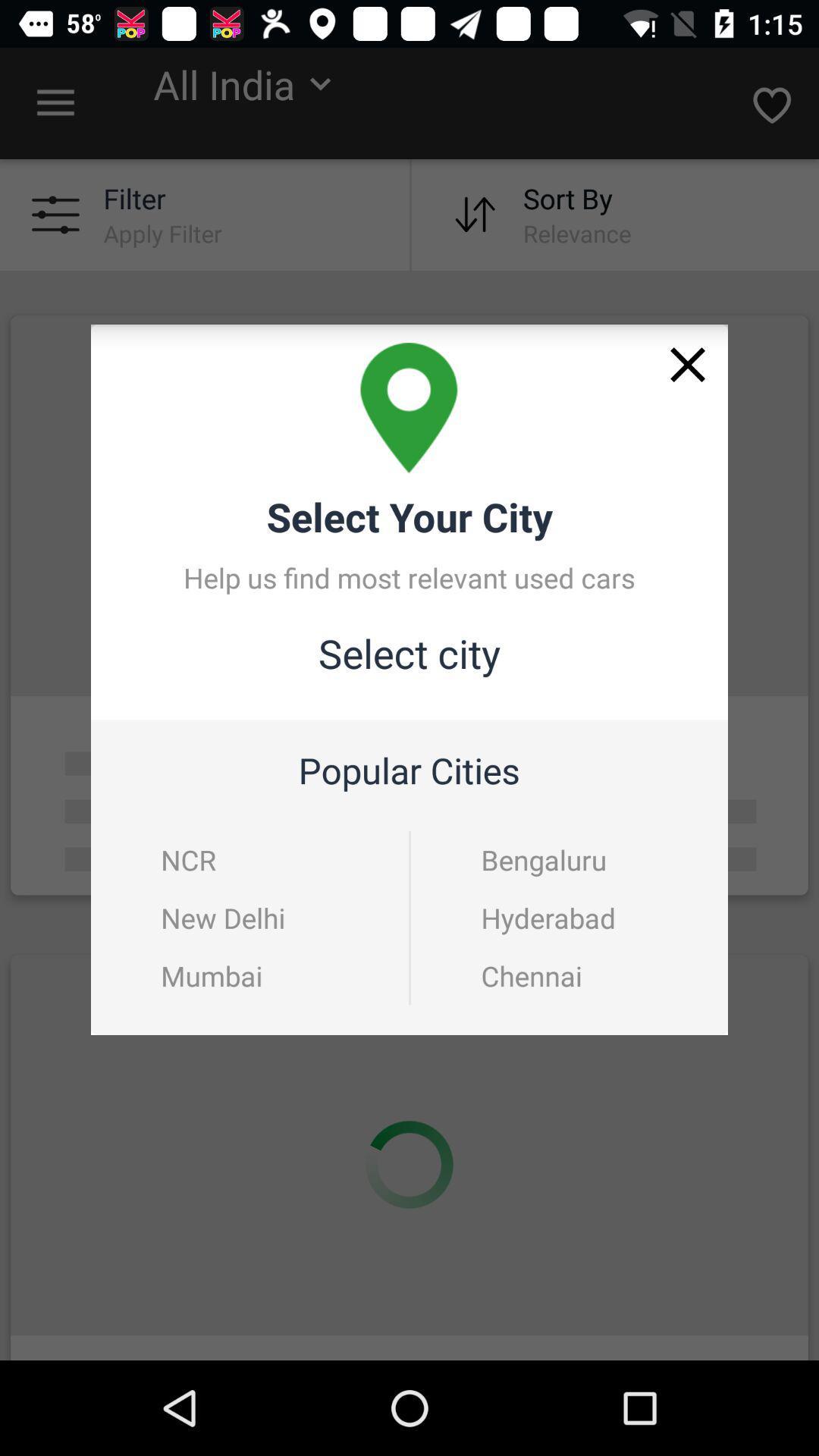  Describe the element at coordinates (570, 859) in the screenshot. I see `the bengaluru` at that location.